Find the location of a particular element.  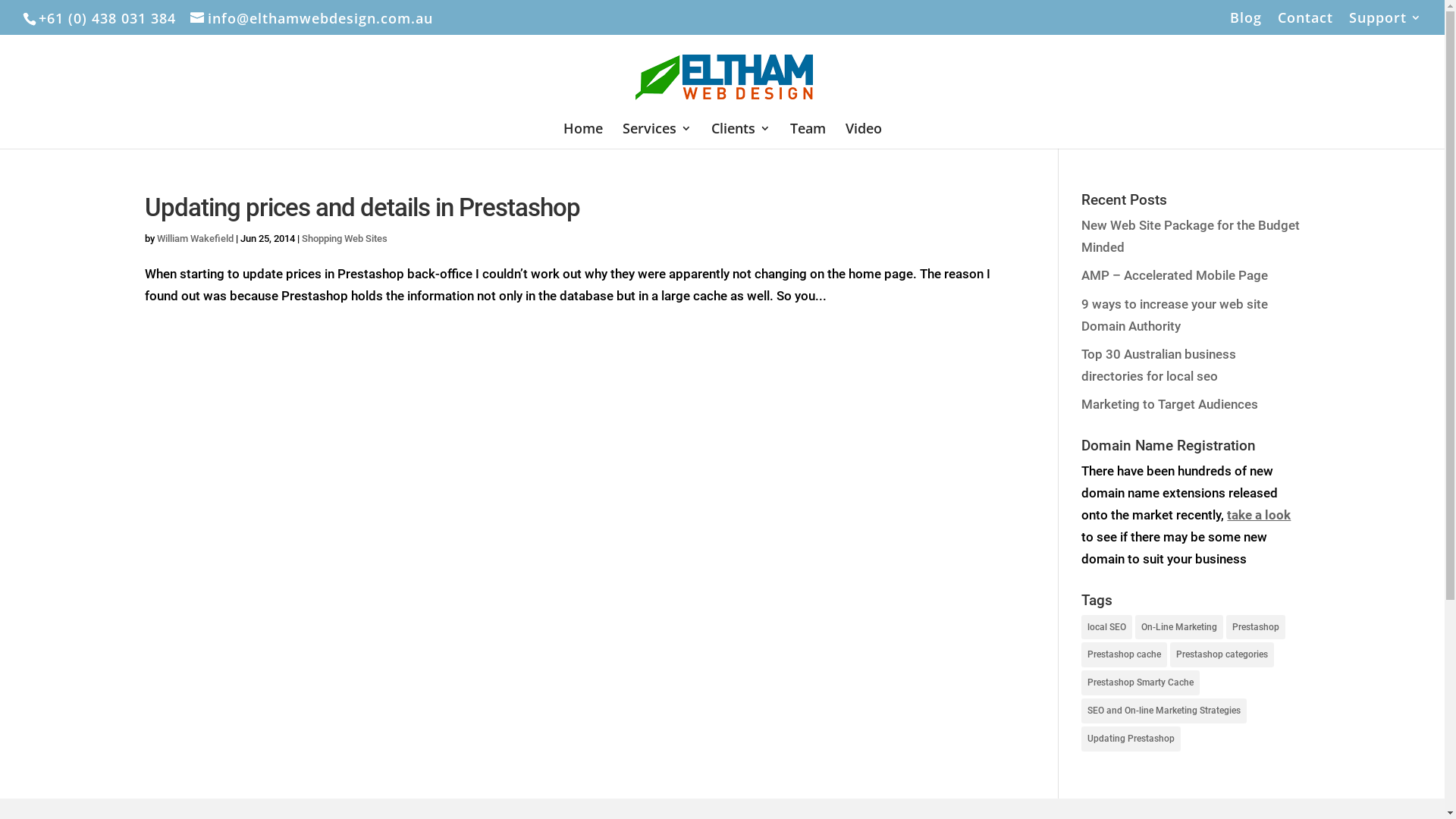

'Blog' is located at coordinates (1245, 23).